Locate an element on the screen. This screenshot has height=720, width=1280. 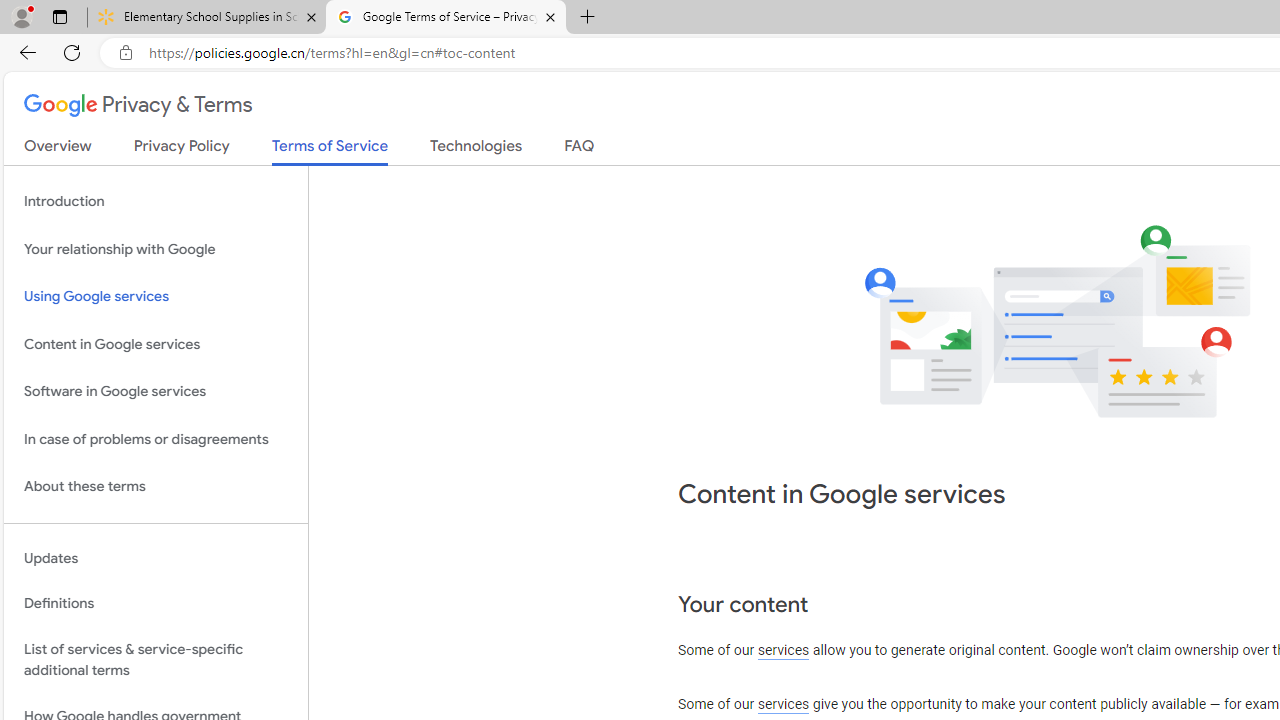
'New Tab' is located at coordinates (586, 17).